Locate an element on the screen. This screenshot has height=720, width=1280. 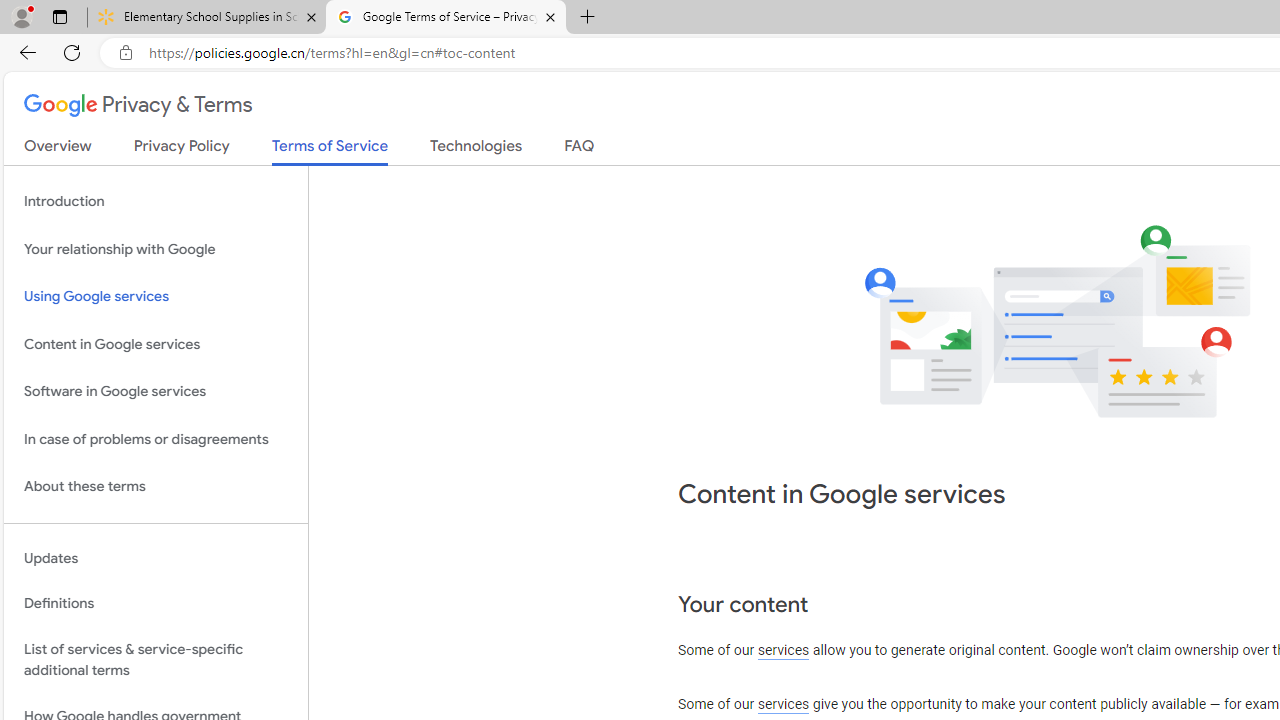
'New Tab' is located at coordinates (586, 17).